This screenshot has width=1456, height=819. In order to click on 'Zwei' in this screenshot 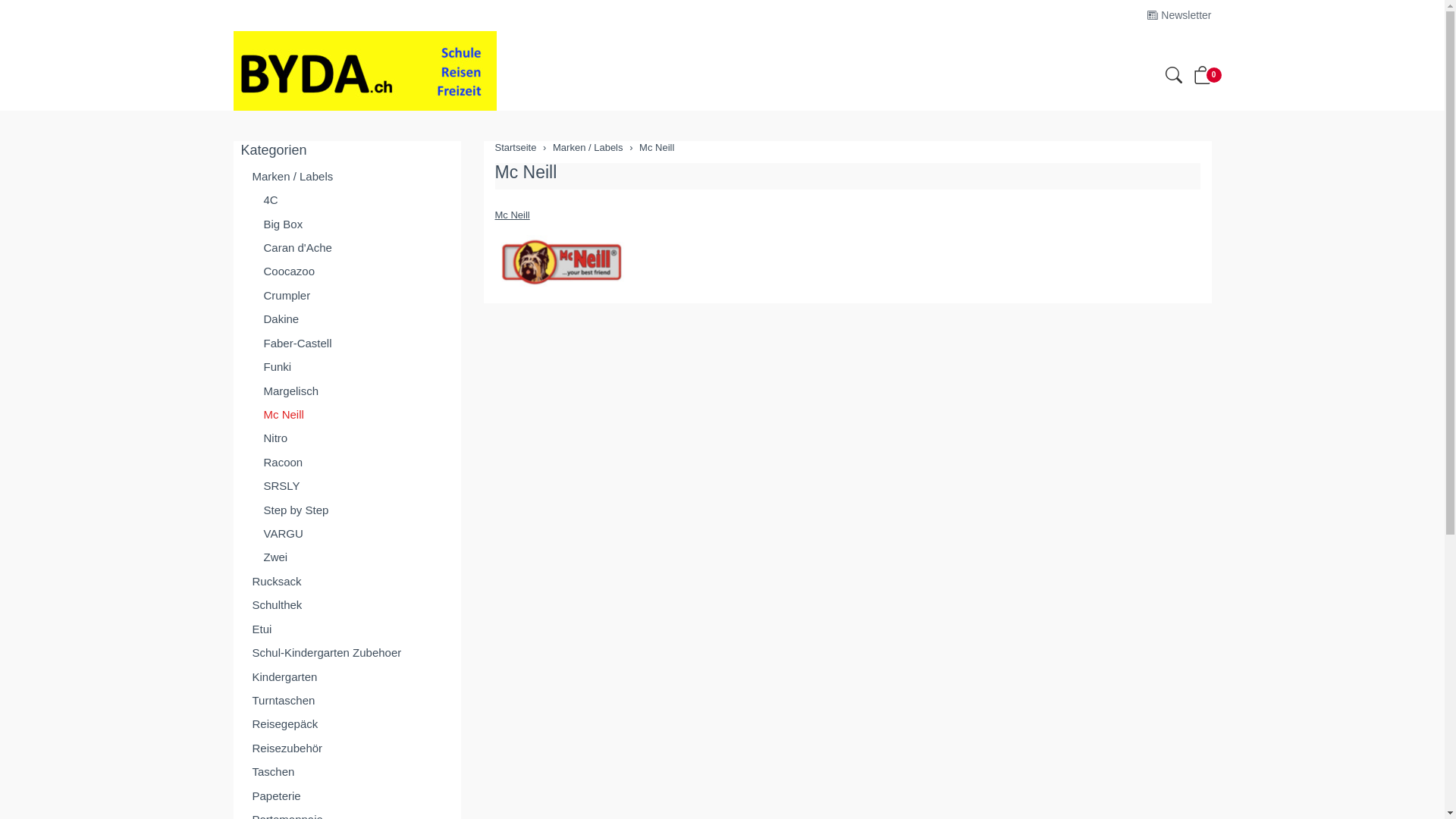, I will do `click(346, 557)`.